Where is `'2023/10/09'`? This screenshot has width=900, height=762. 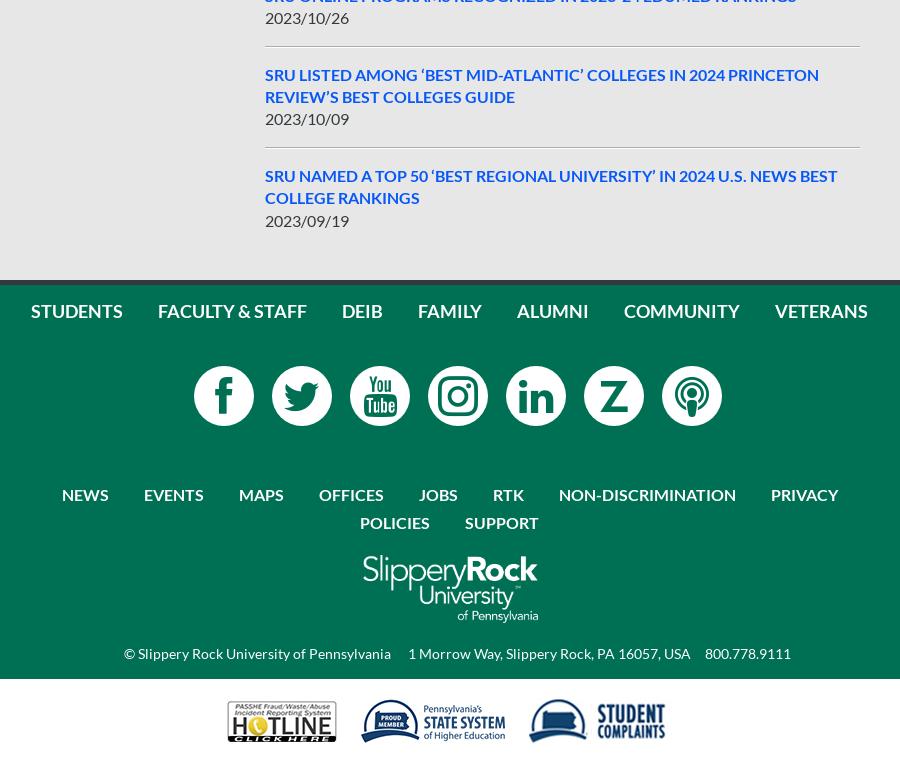 '2023/10/09' is located at coordinates (305, 118).